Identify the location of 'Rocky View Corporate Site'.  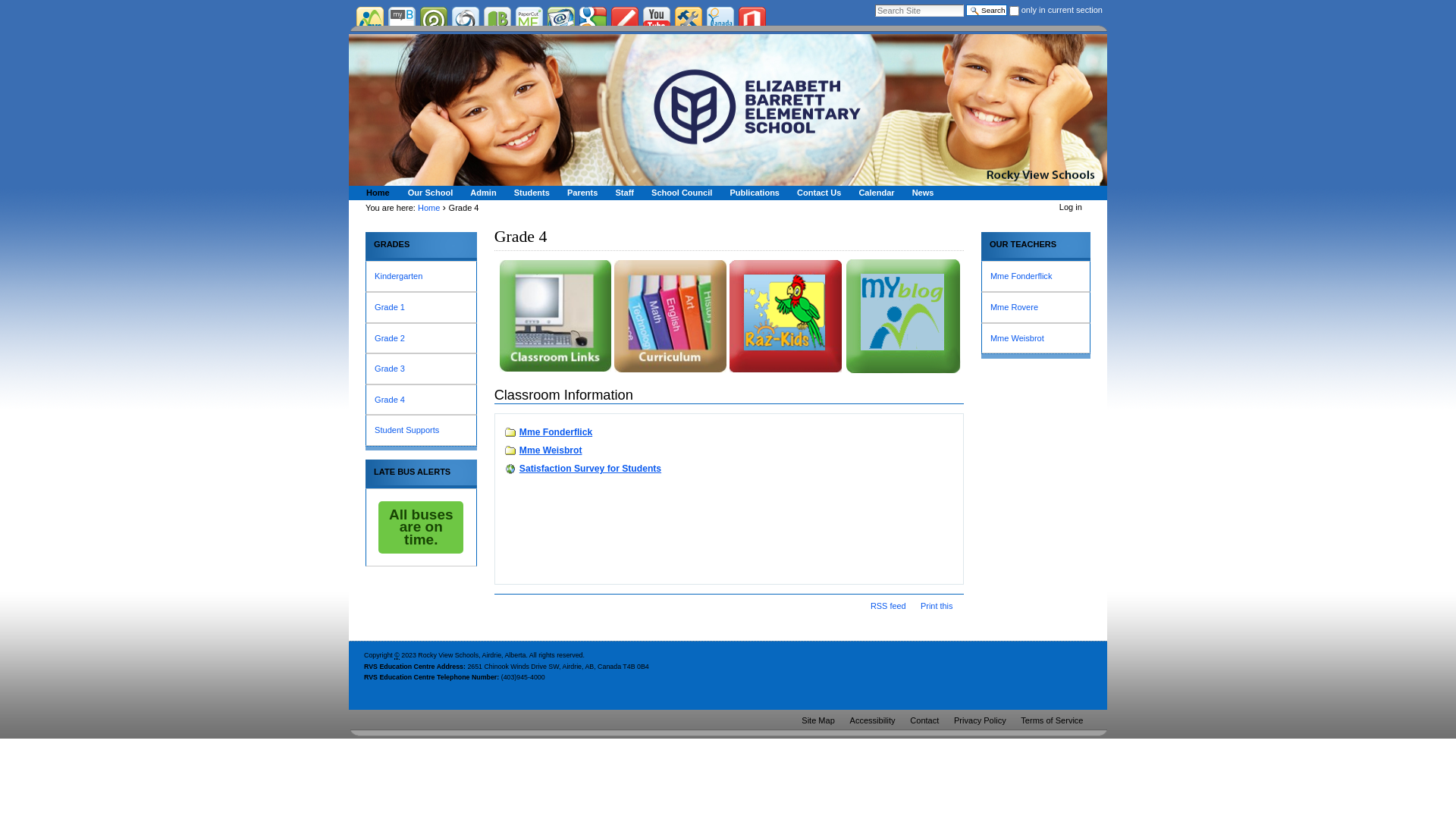
(370, 20).